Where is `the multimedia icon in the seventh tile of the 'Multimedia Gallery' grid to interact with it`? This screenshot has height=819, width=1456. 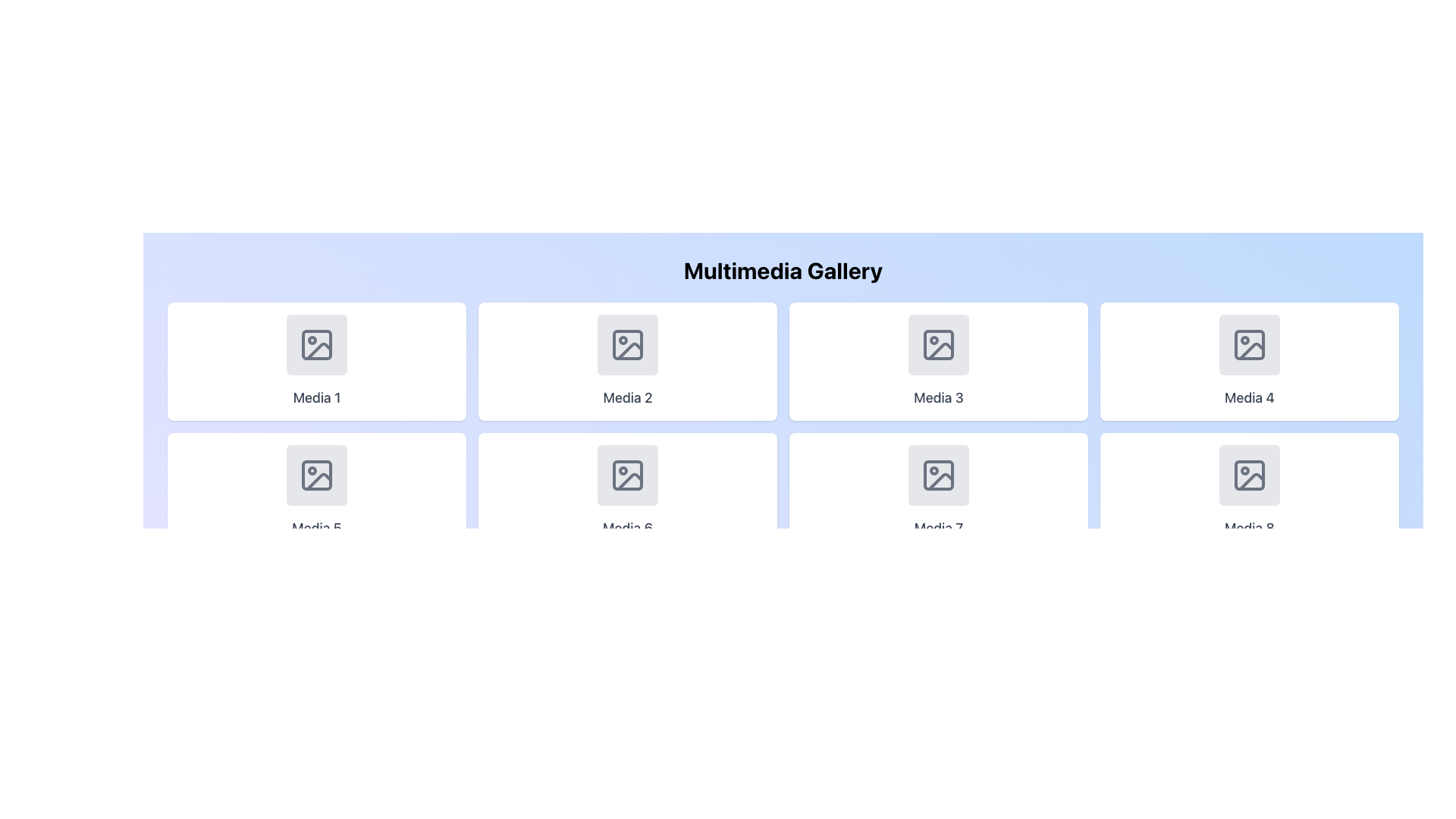
the multimedia icon in the seventh tile of the 'Multimedia Gallery' grid to interact with it is located at coordinates (938, 475).